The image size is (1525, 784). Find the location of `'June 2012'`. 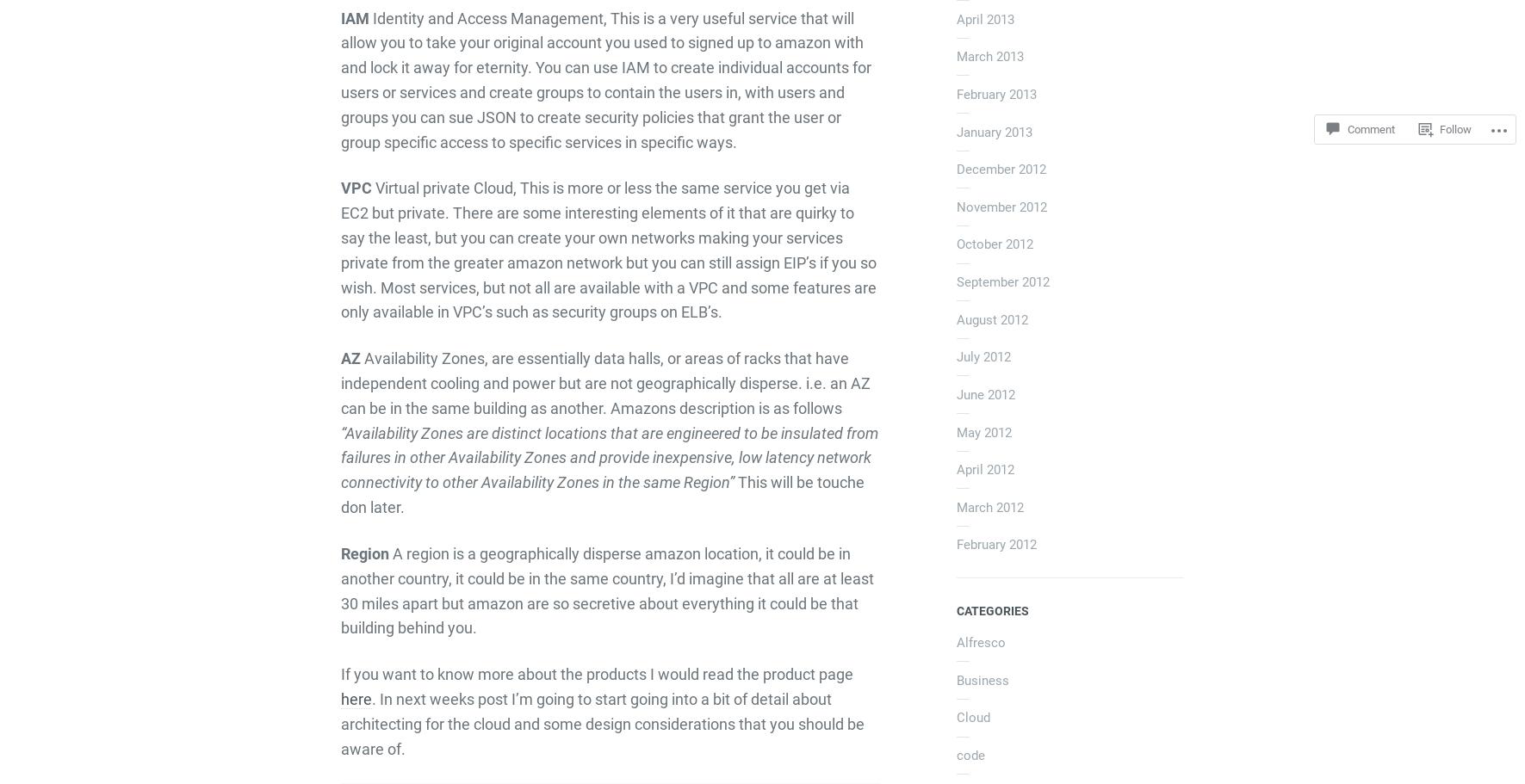

'June 2012' is located at coordinates (985, 392).